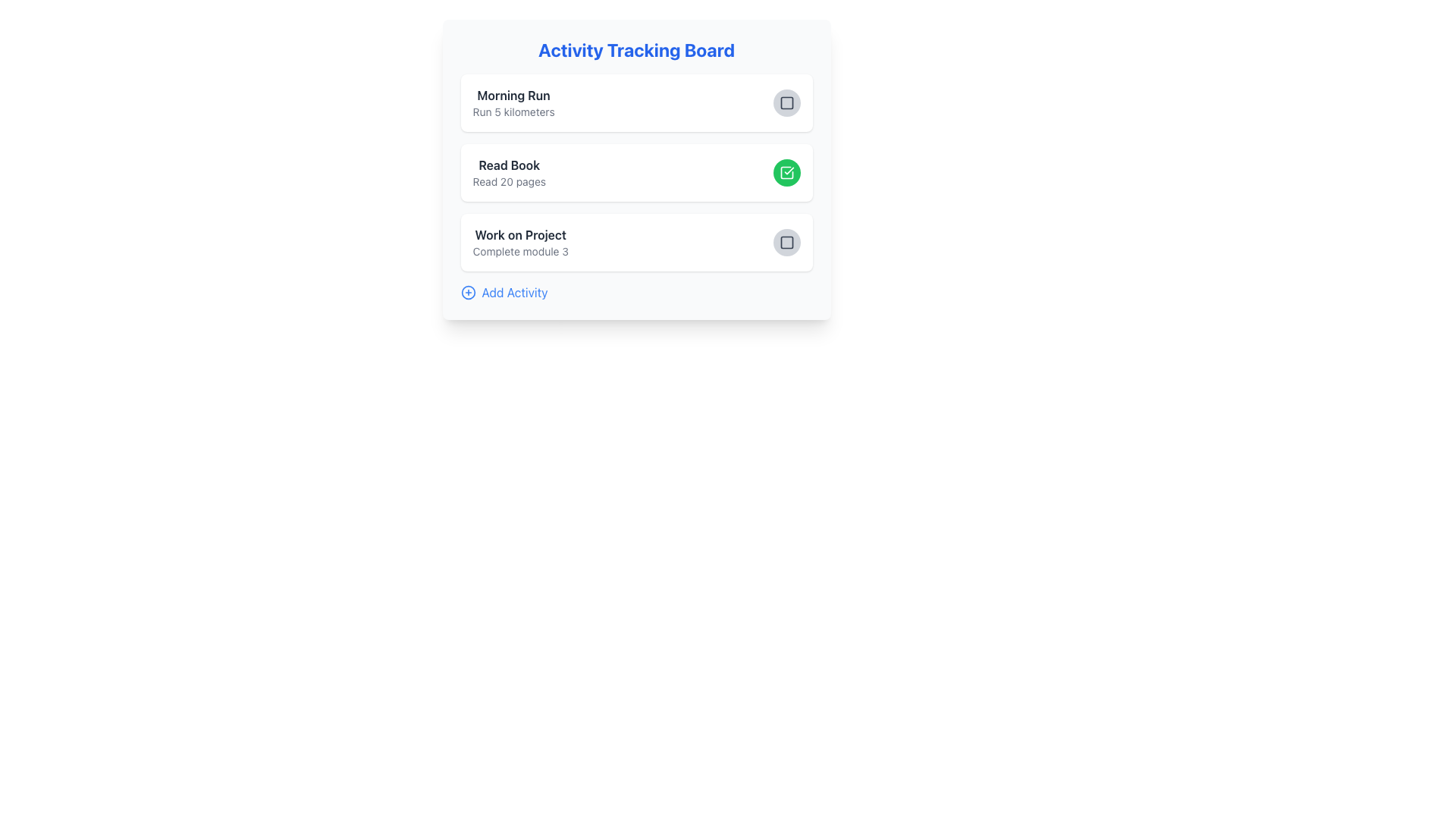  What do you see at coordinates (467, 292) in the screenshot?
I see `the light blue circular icon with a plus sign, located next to the 'Add Activity' text` at bounding box center [467, 292].